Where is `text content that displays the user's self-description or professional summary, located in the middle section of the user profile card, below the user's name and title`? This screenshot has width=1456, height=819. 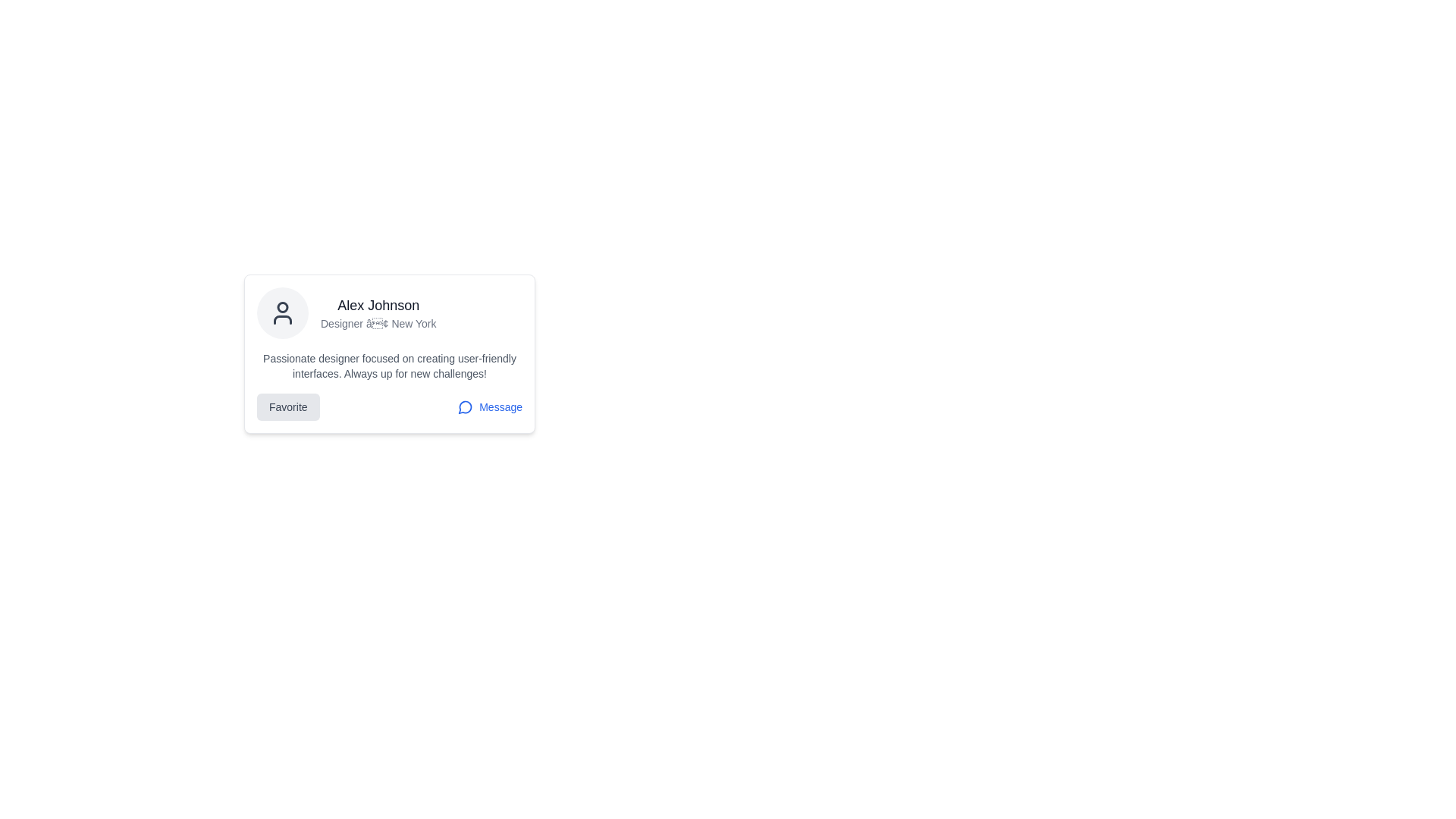
text content that displays the user's self-description or professional summary, located in the middle section of the user profile card, below the user's name and title is located at coordinates (389, 366).